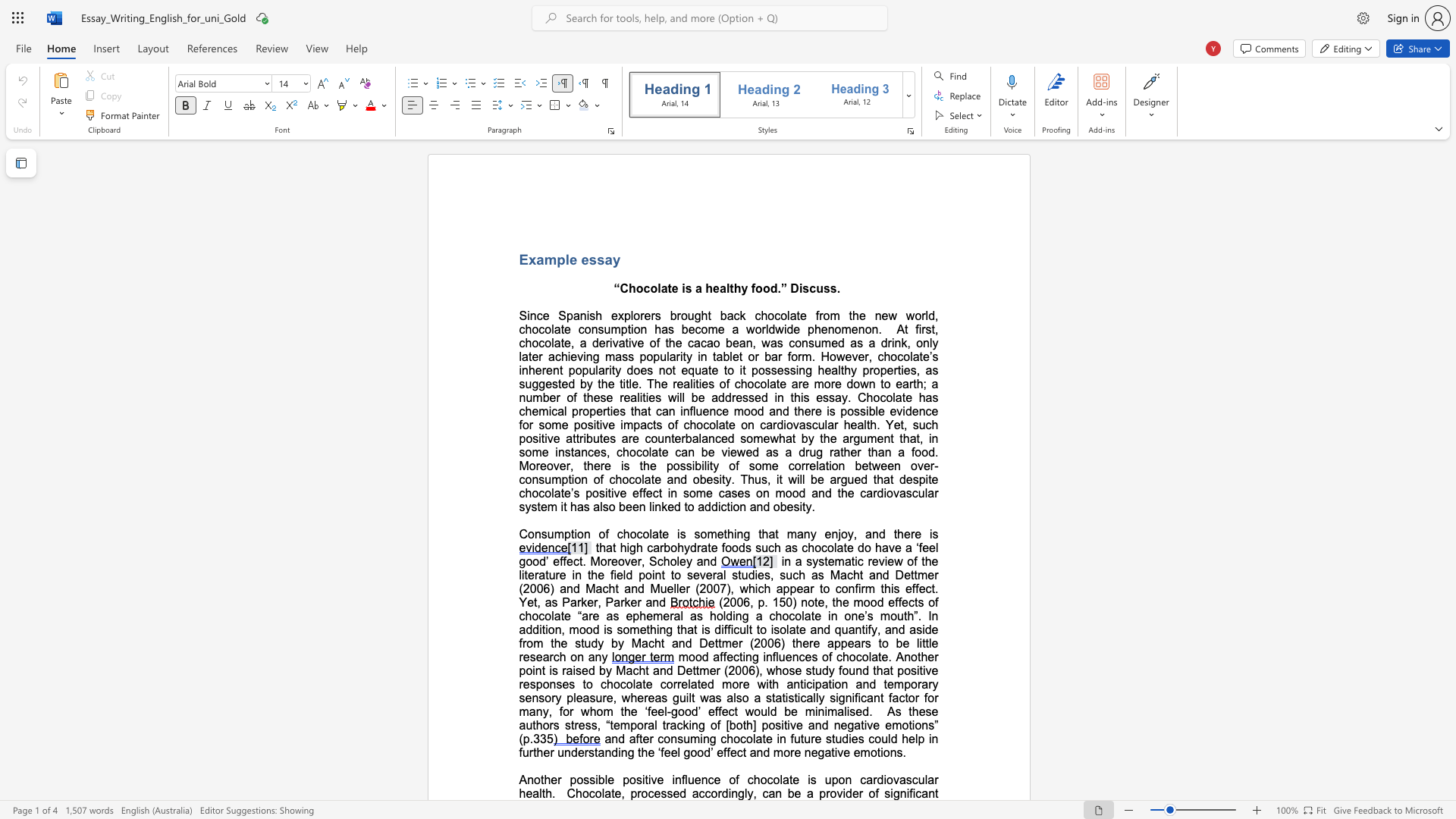  Describe the element at coordinates (837, 370) in the screenshot. I see `the subset text "lthy properties, as suggested by the title. The realities of chocolate are more down to earth; a number of these realities will be addressed in this essay. Chocol" within the text "healthy properties, as suggested by the title. The realities of chocolate are more down to earth; a number of these realities will be addressed in this essay. Chocolate has chemical properties that can influence mood and there is"` at that location.